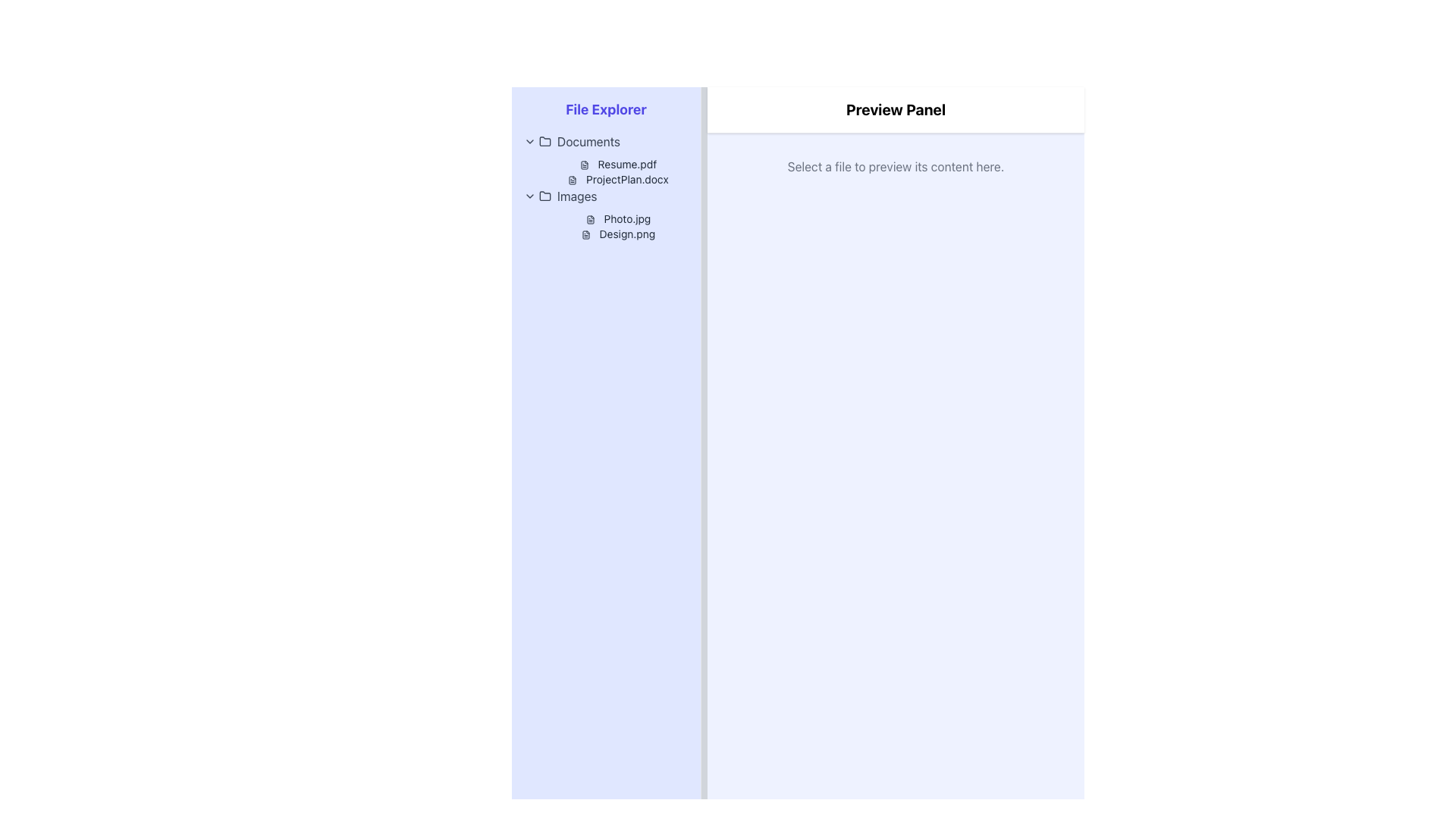  I want to click on the document icon located to the left of the 'Design.png' text in the 'Images' folder, so click(585, 235).